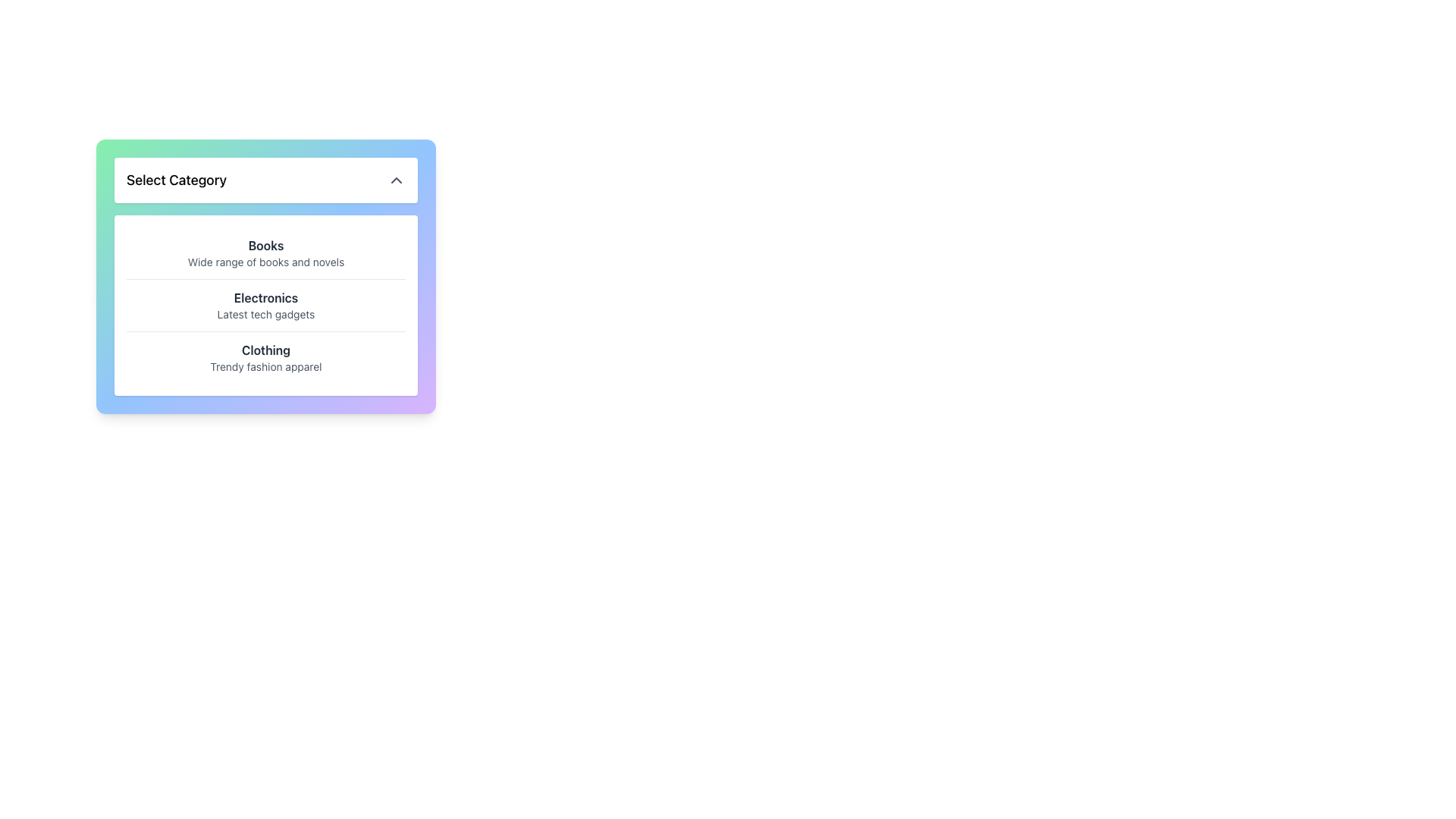 This screenshot has width=1456, height=819. I want to click on the 'Electronics' category item in the selection menu, so click(265, 305).